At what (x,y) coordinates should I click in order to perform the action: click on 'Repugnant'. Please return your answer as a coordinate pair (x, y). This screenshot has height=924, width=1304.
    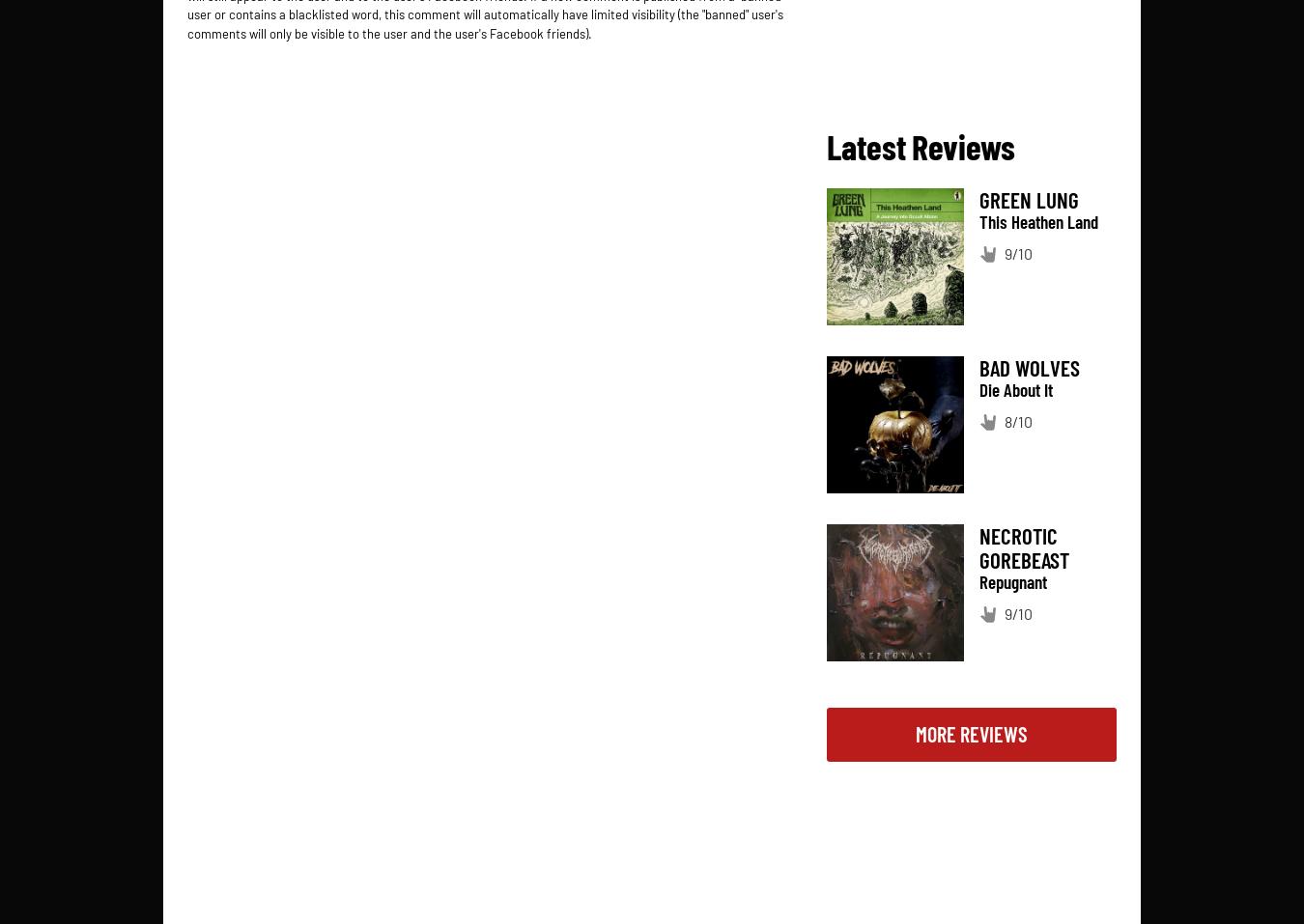
    Looking at the image, I should click on (978, 580).